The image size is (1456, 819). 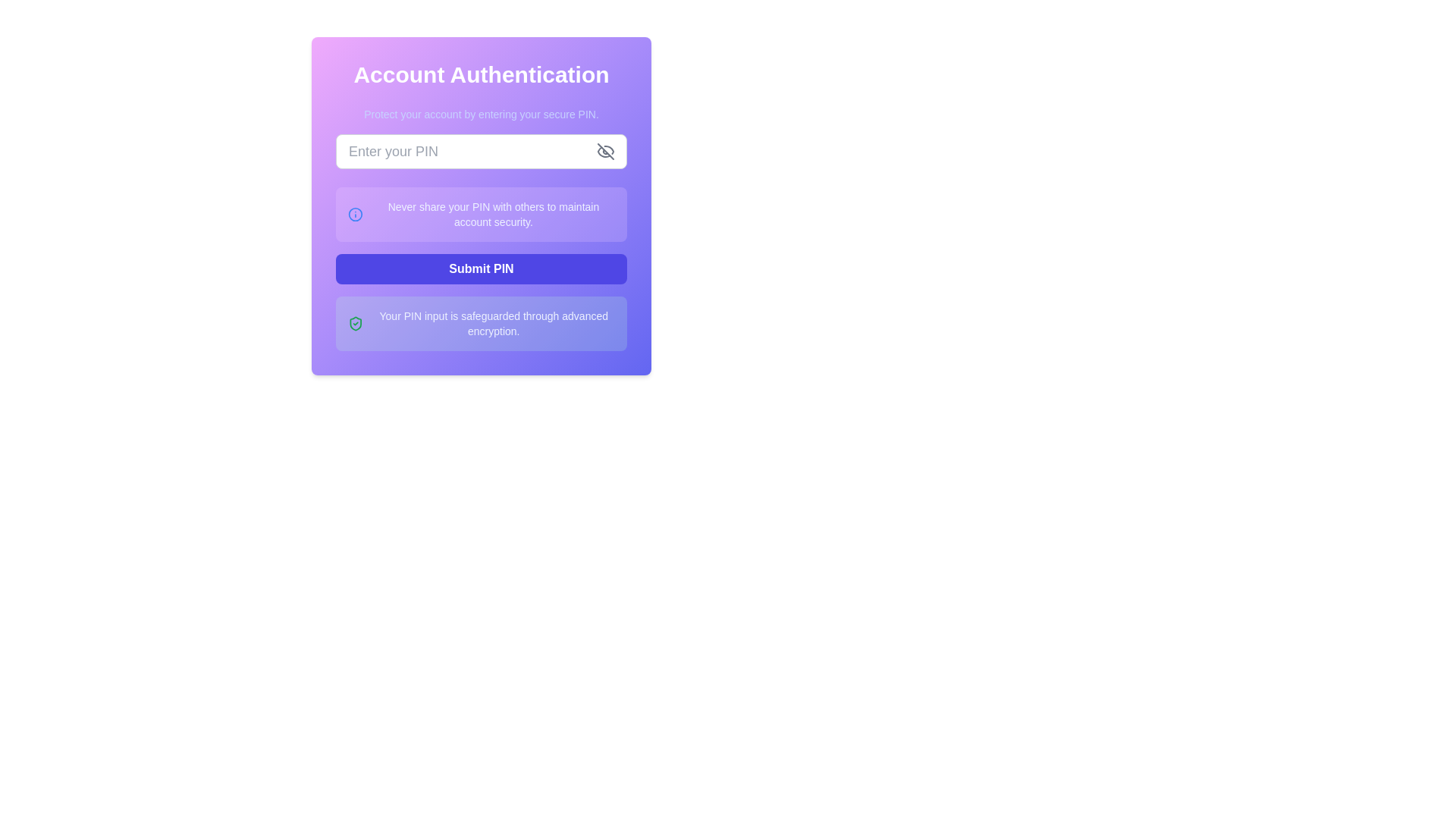 What do you see at coordinates (604, 152) in the screenshot?
I see `the eye icon with a slash, which indicates a 'hide' function, located to the right of the 'Enter your PIN' input field` at bounding box center [604, 152].